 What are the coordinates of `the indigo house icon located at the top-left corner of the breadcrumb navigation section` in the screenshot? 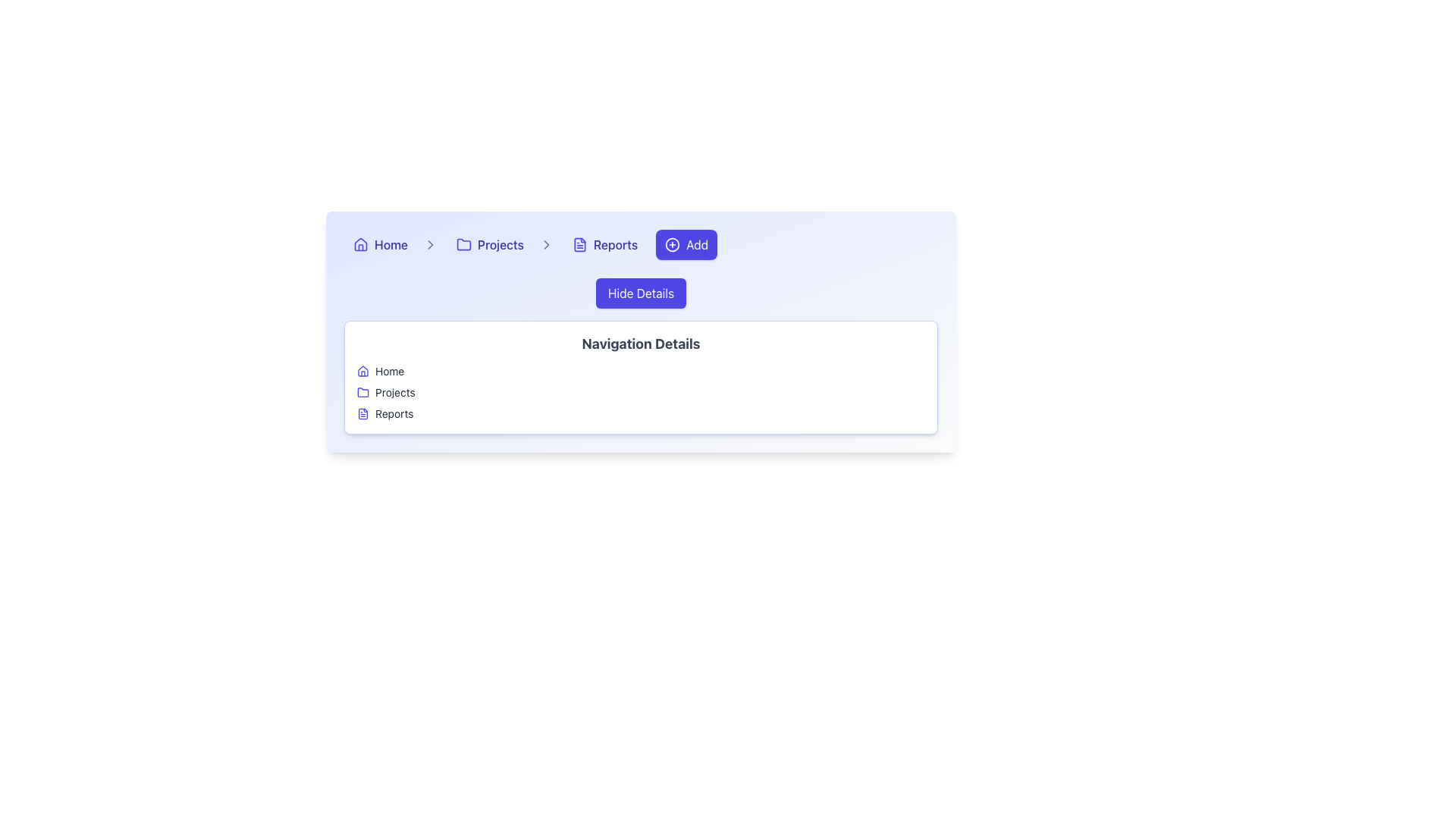 It's located at (362, 371).